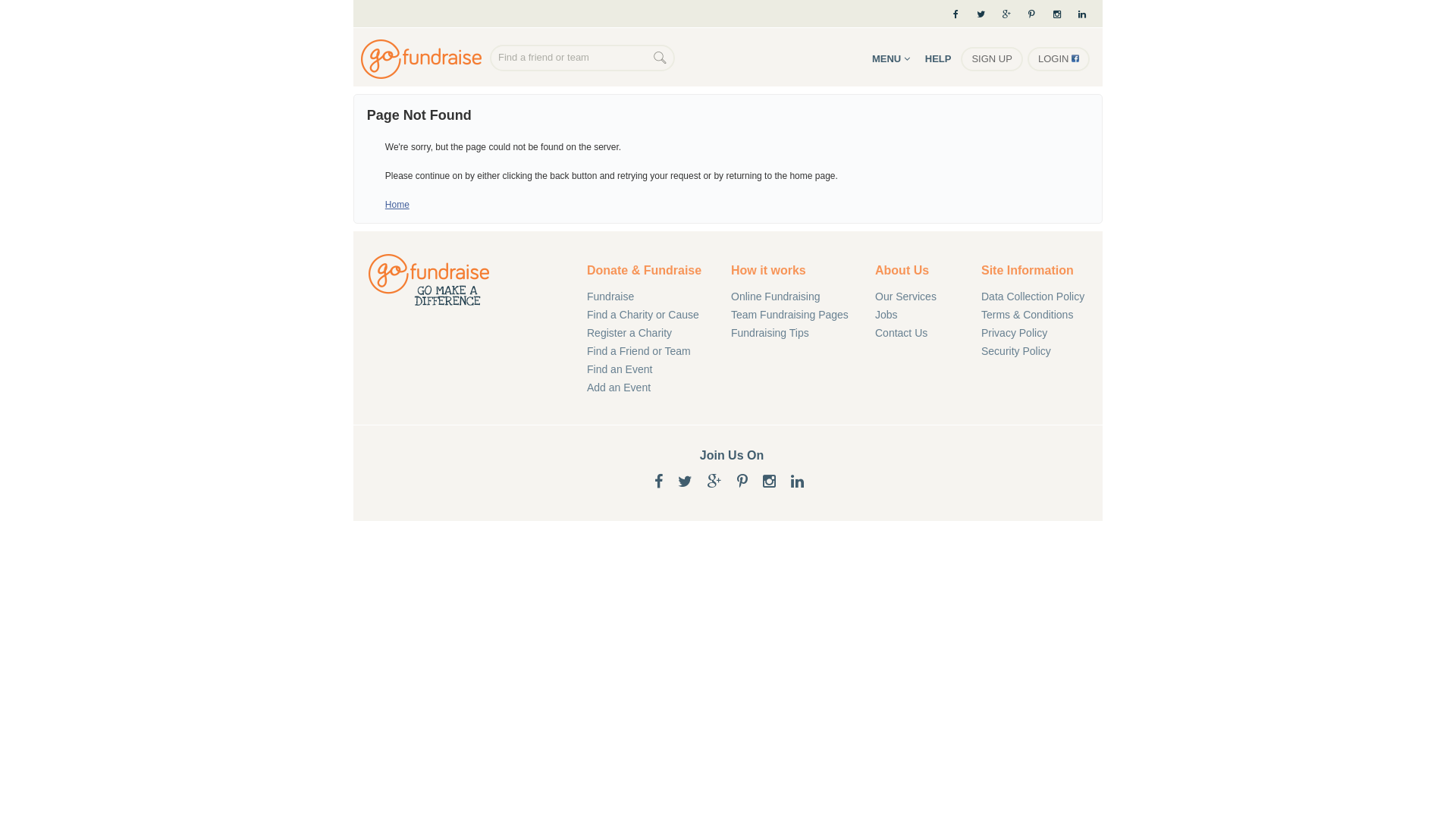  What do you see at coordinates (736, 482) in the screenshot?
I see `'Pinterest'` at bounding box center [736, 482].